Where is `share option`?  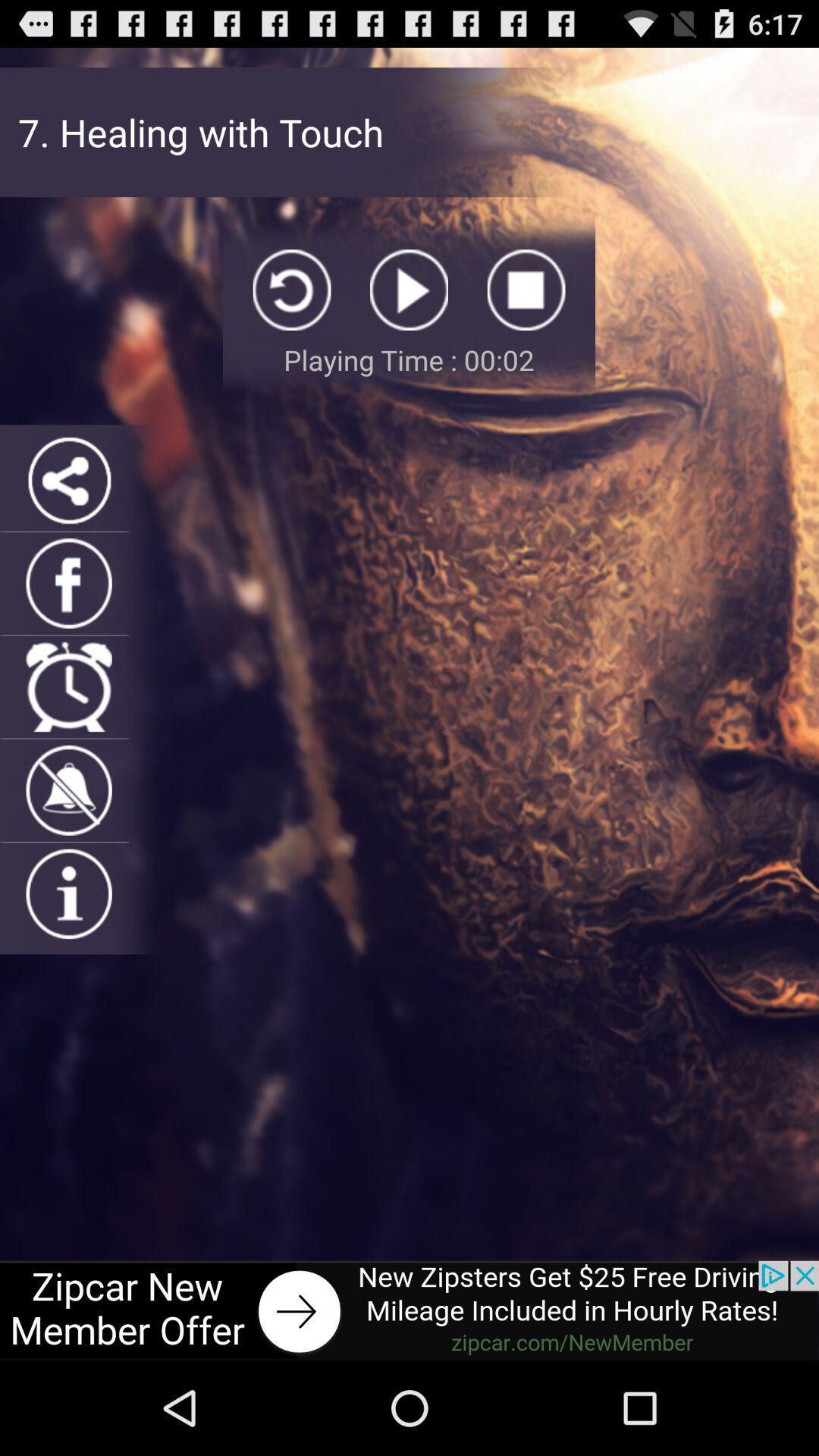
share option is located at coordinates (69, 479).